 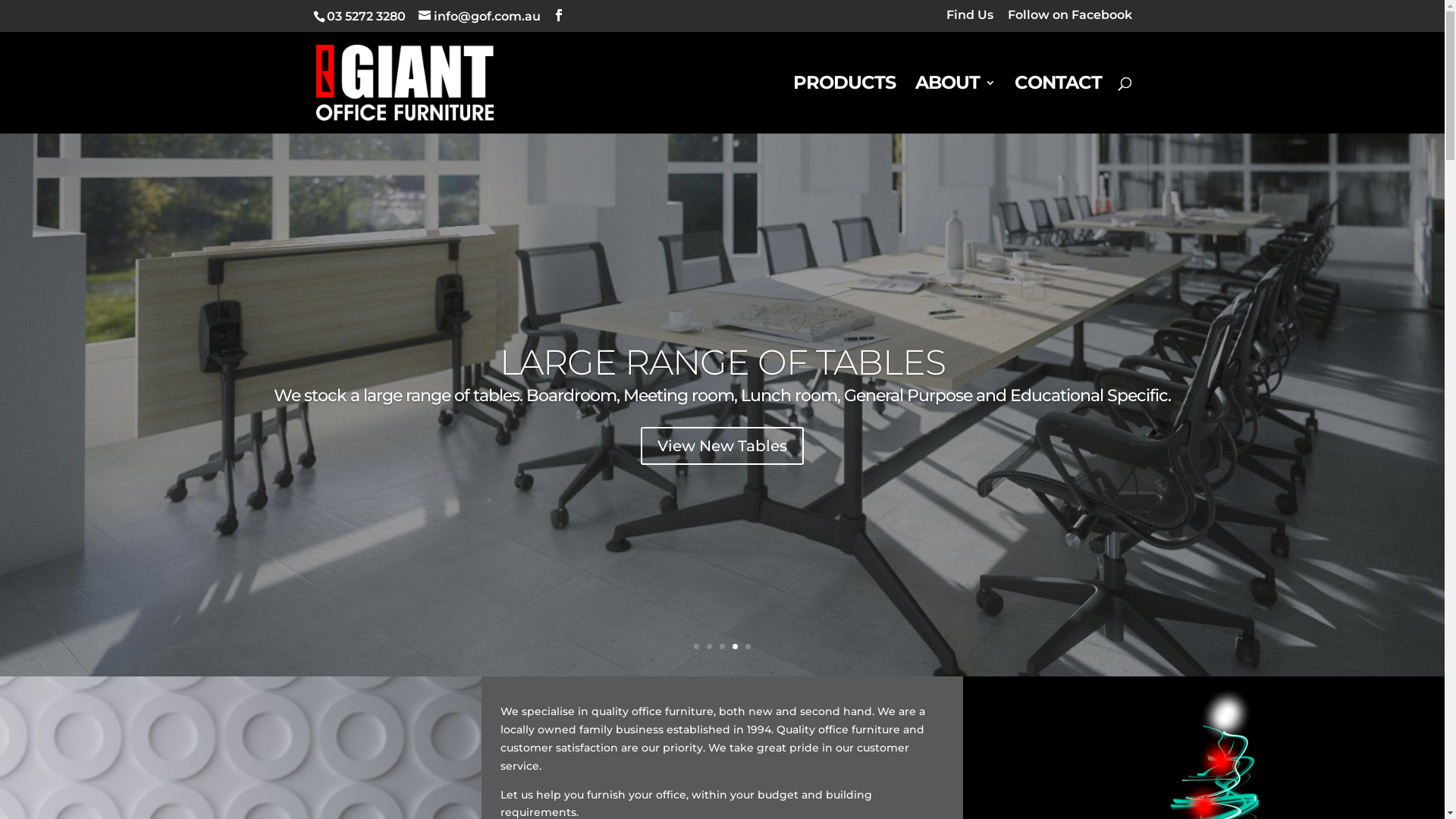 What do you see at coordinates (479, 16) in the screenshot?
I see `'info@gof.com.au'` at bounding box center [479, 16].